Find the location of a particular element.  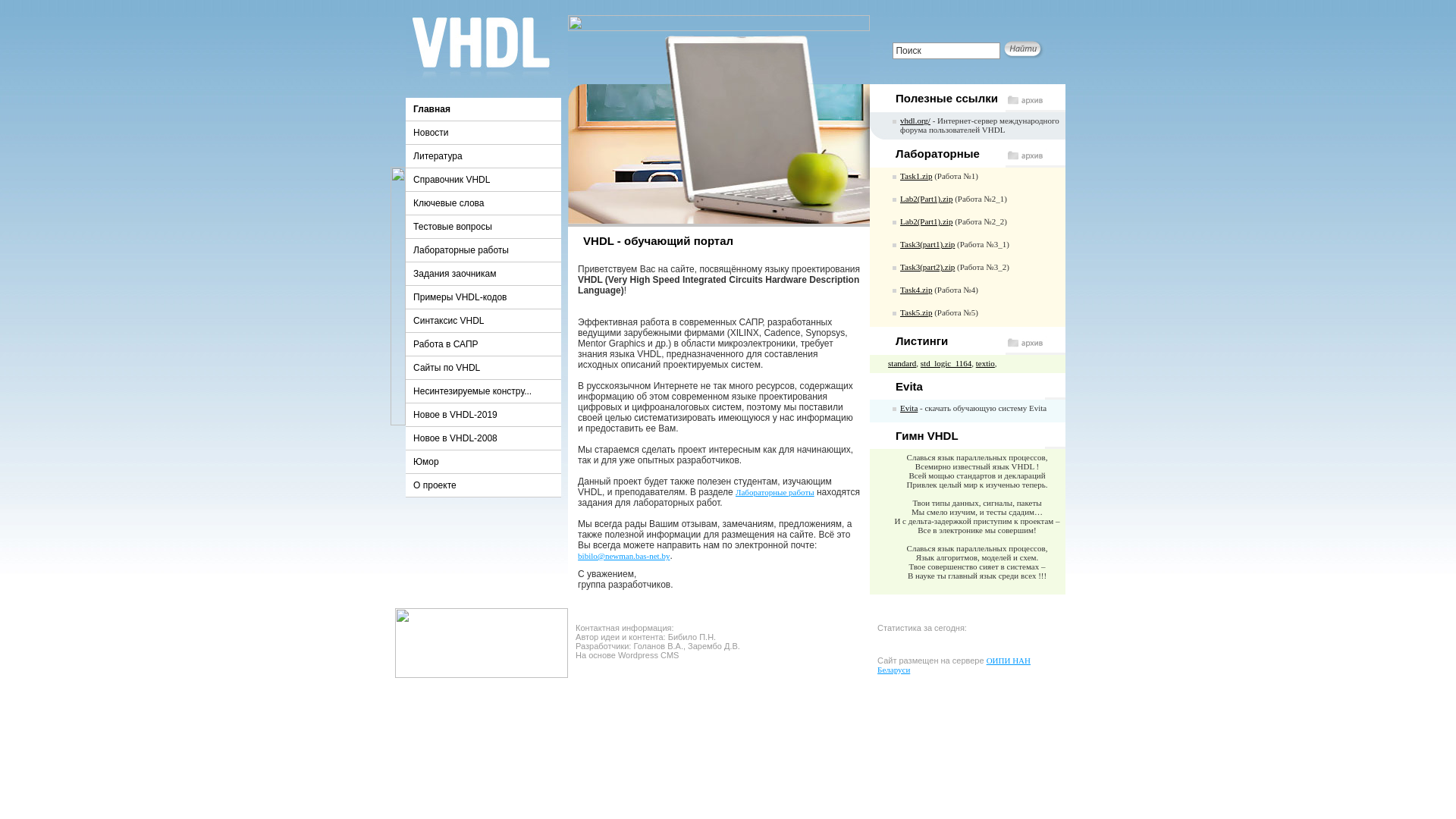

'bibilo@newman.bas-net.by' is located at coordinates (577, 555).